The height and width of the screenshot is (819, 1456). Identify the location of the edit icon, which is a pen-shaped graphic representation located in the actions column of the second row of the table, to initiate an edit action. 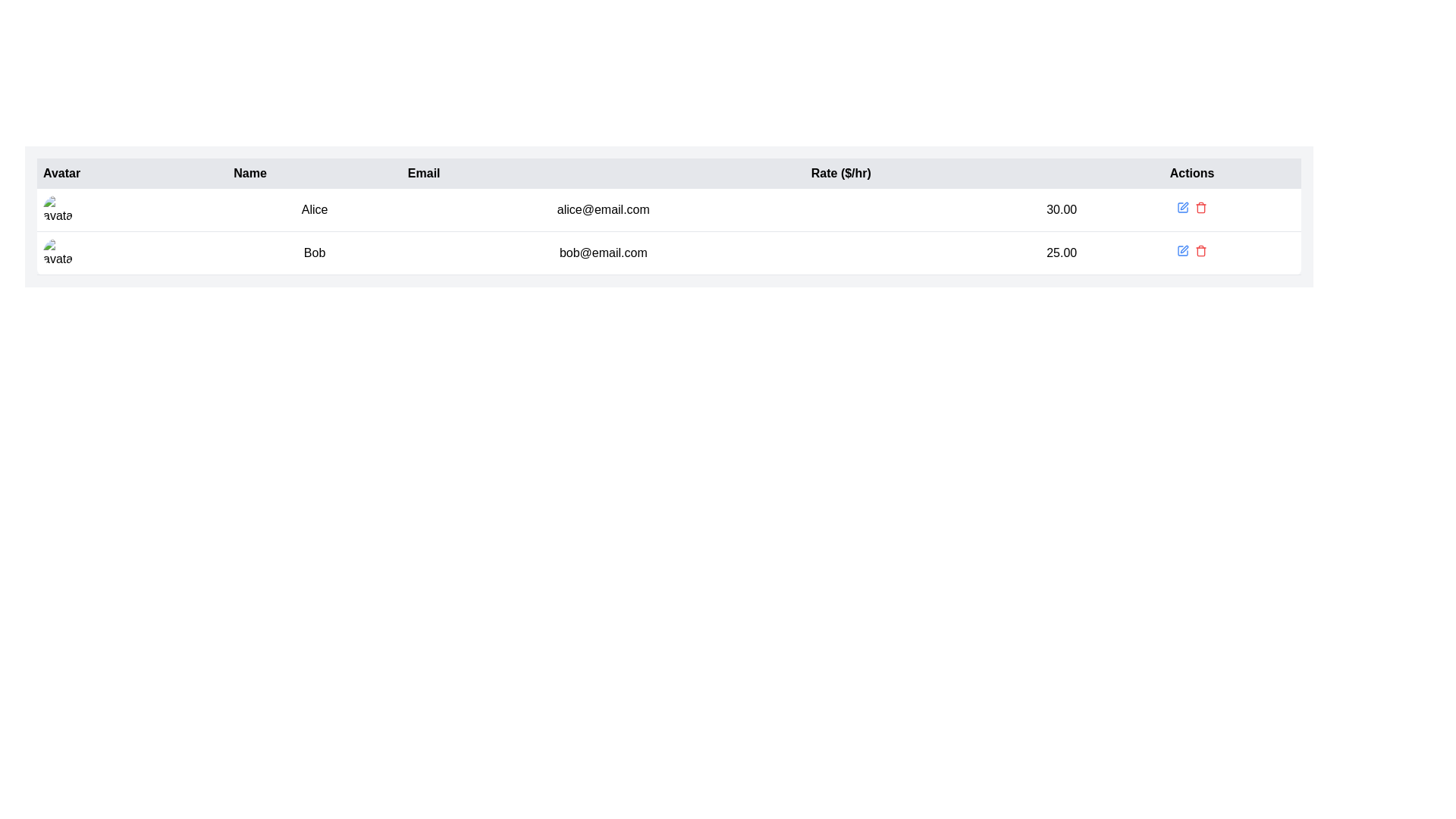
(1184, 248).